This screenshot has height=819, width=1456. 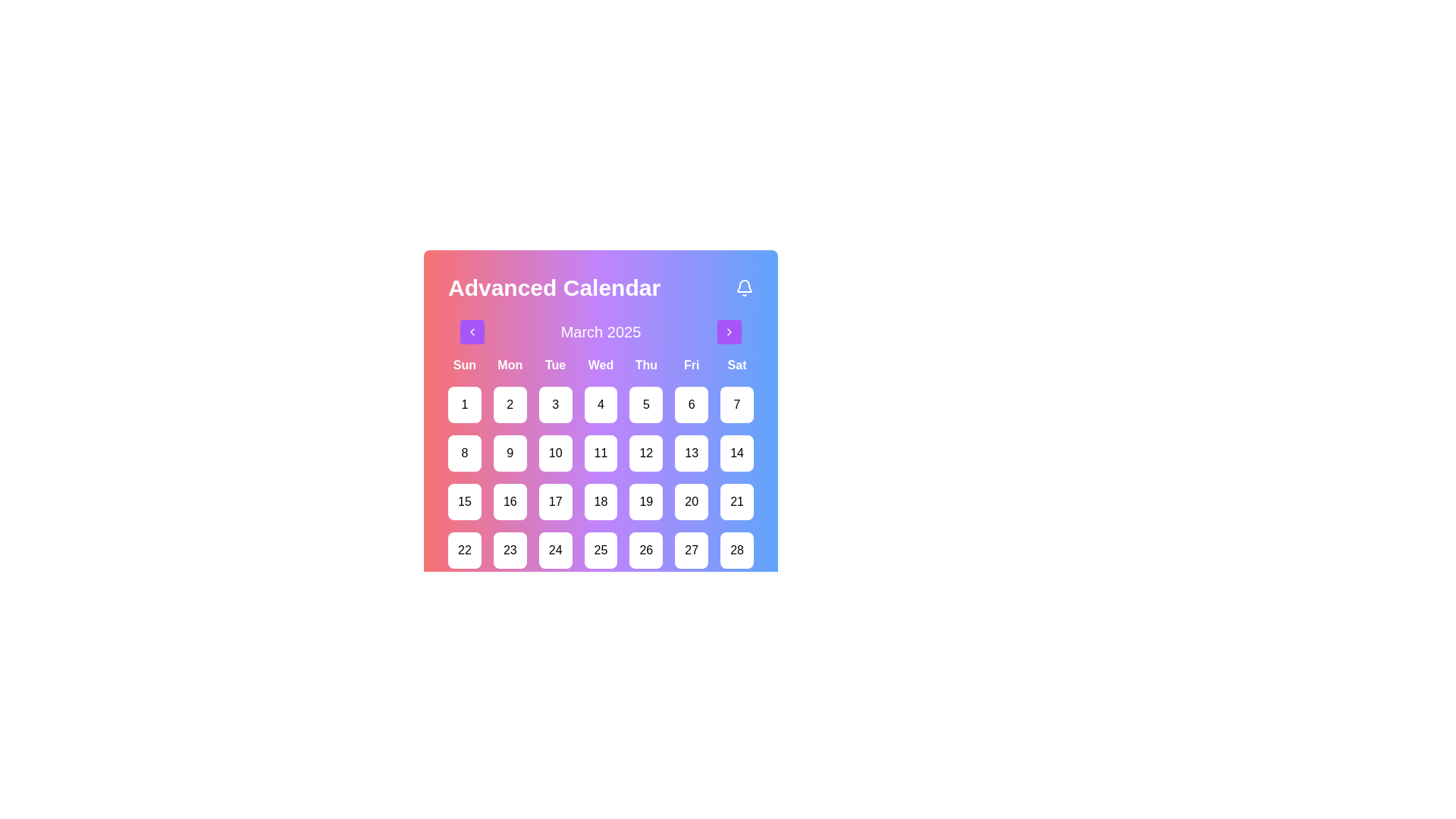 I want to click on the calendar date button displaying '9' located under the 'Mon' column in the second row, so click(x=510, y=452).